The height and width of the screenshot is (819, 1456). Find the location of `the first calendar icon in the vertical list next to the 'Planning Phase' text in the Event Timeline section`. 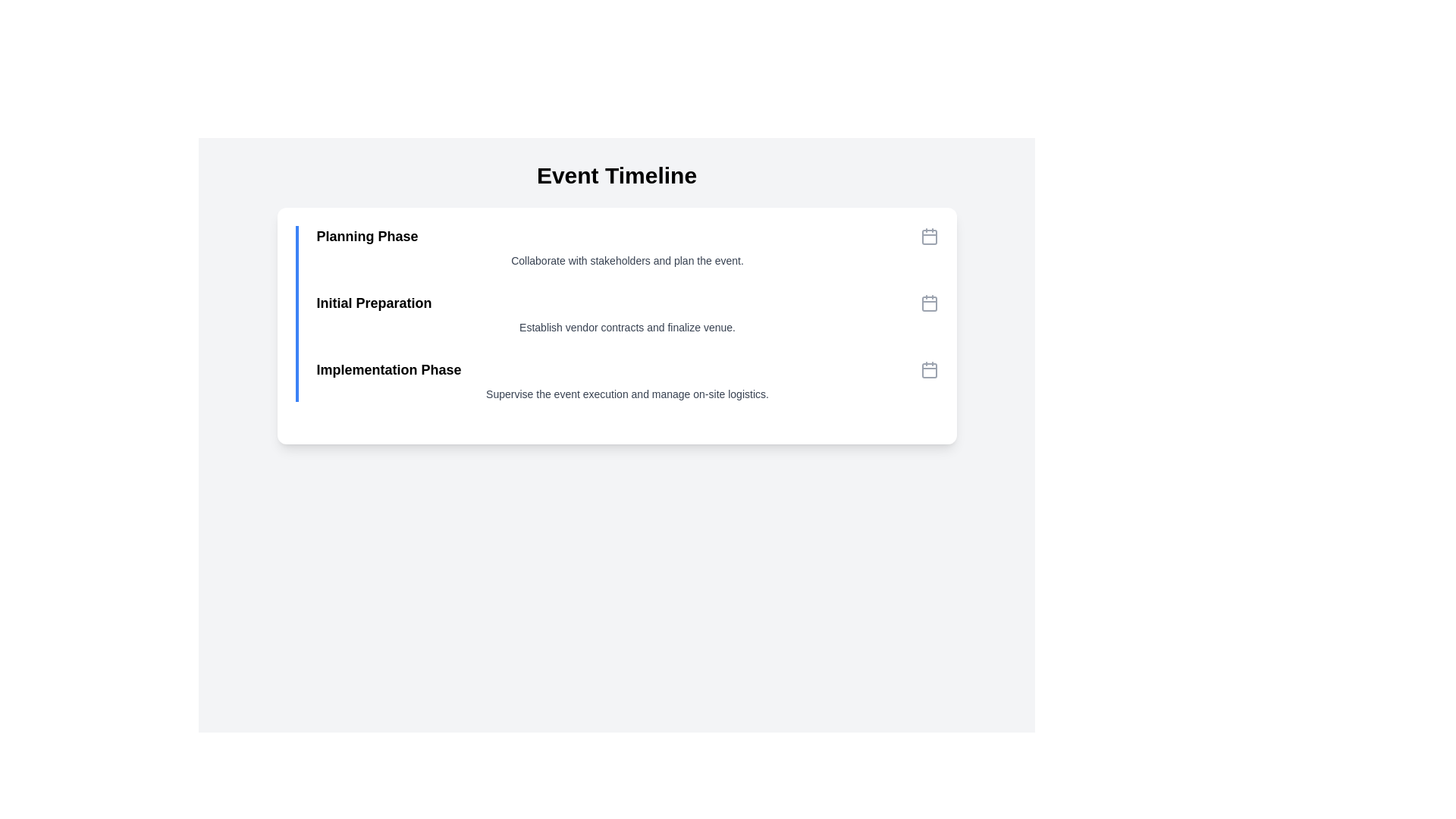

the first calendar icon in the vertical list next to the 'Planning Phase' text in the Event Timeline section is located at coordinates (928, 237).